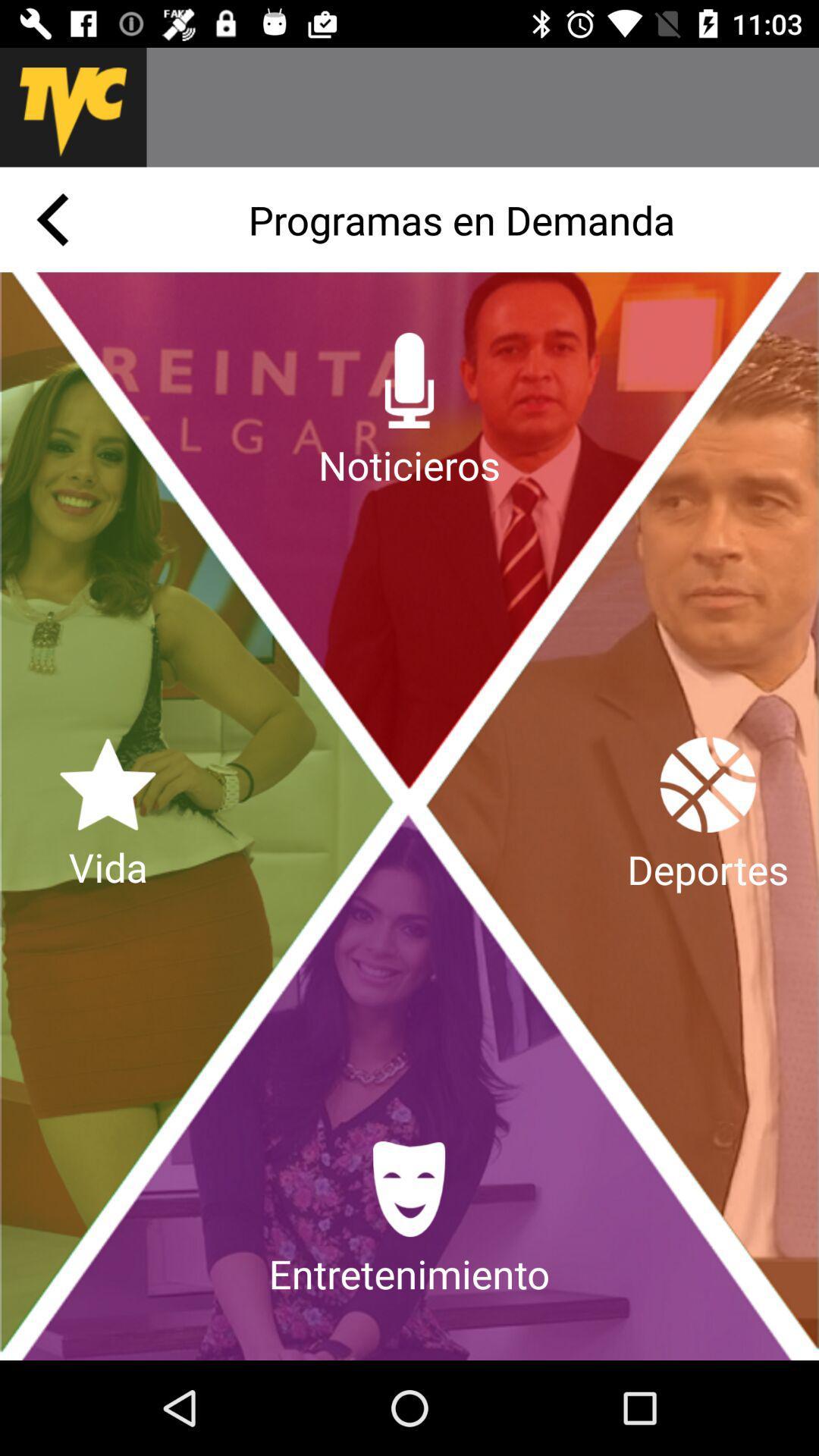  Describe the element at coordinates (107, 815) in the screenshot. I see `app to the left of the deportes item` at that location.